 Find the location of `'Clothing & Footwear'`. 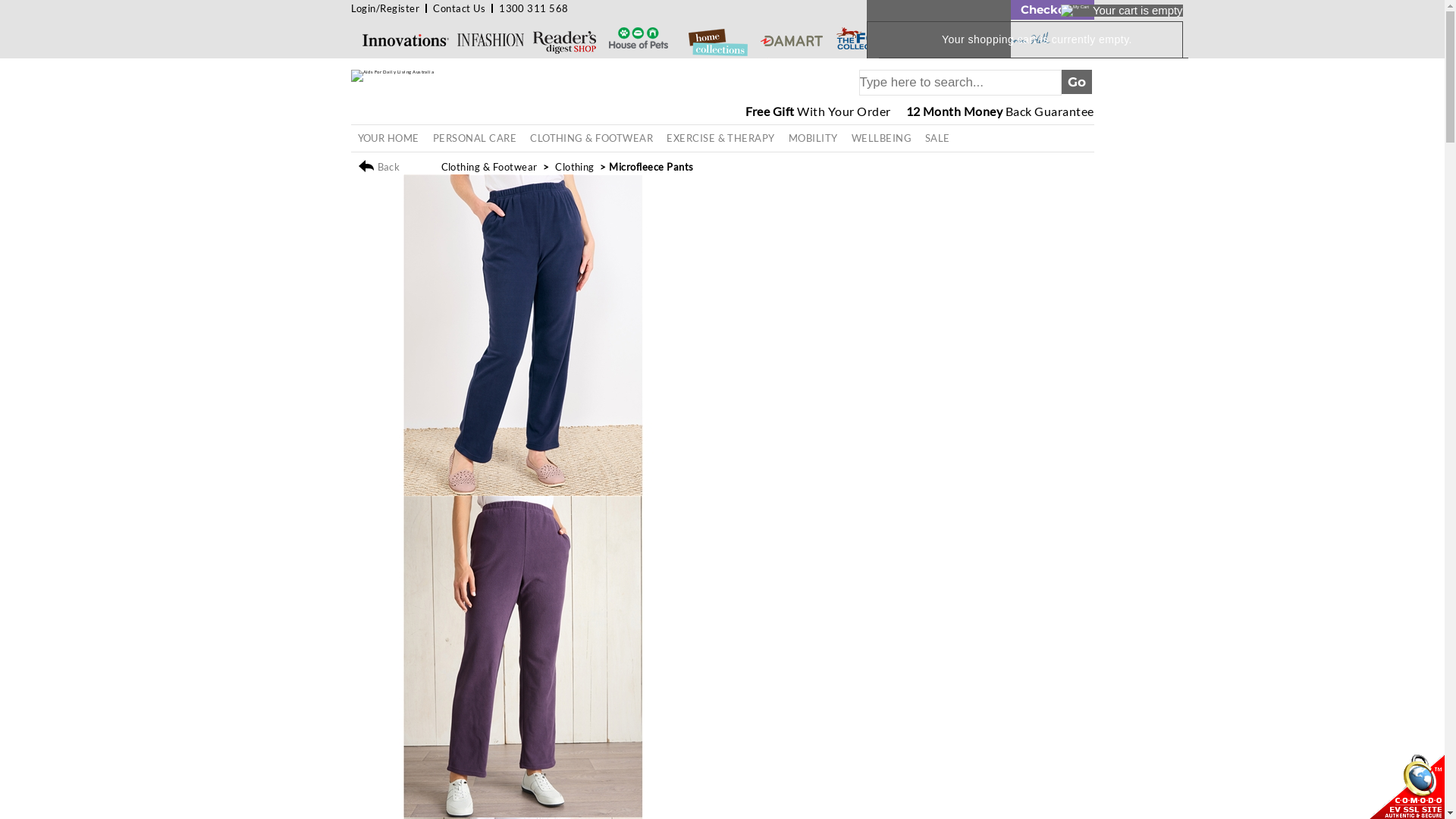

'Clothing & Footwear' is located at coordinates (489, 166).